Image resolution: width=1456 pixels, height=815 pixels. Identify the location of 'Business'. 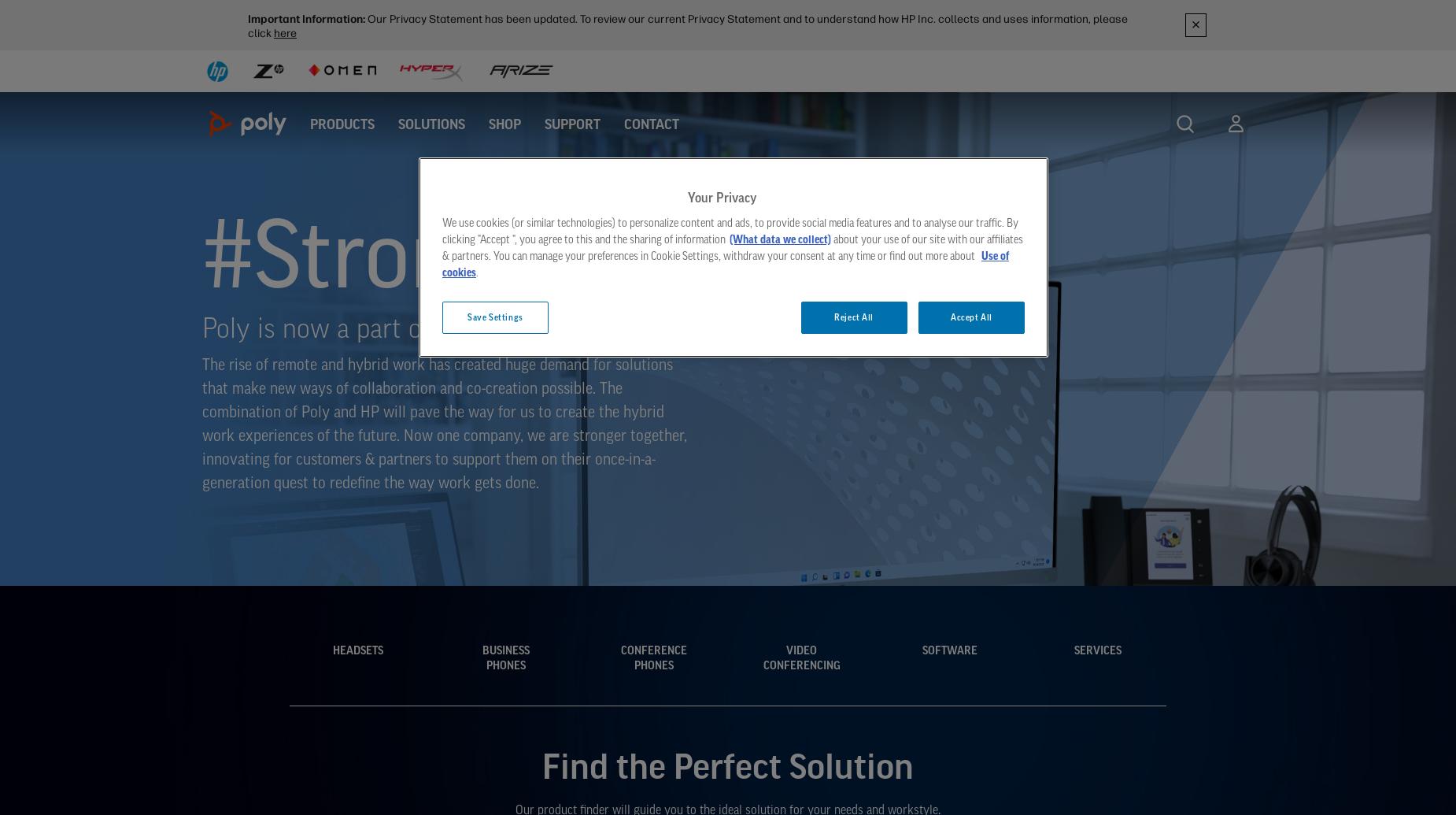
(504, 648).